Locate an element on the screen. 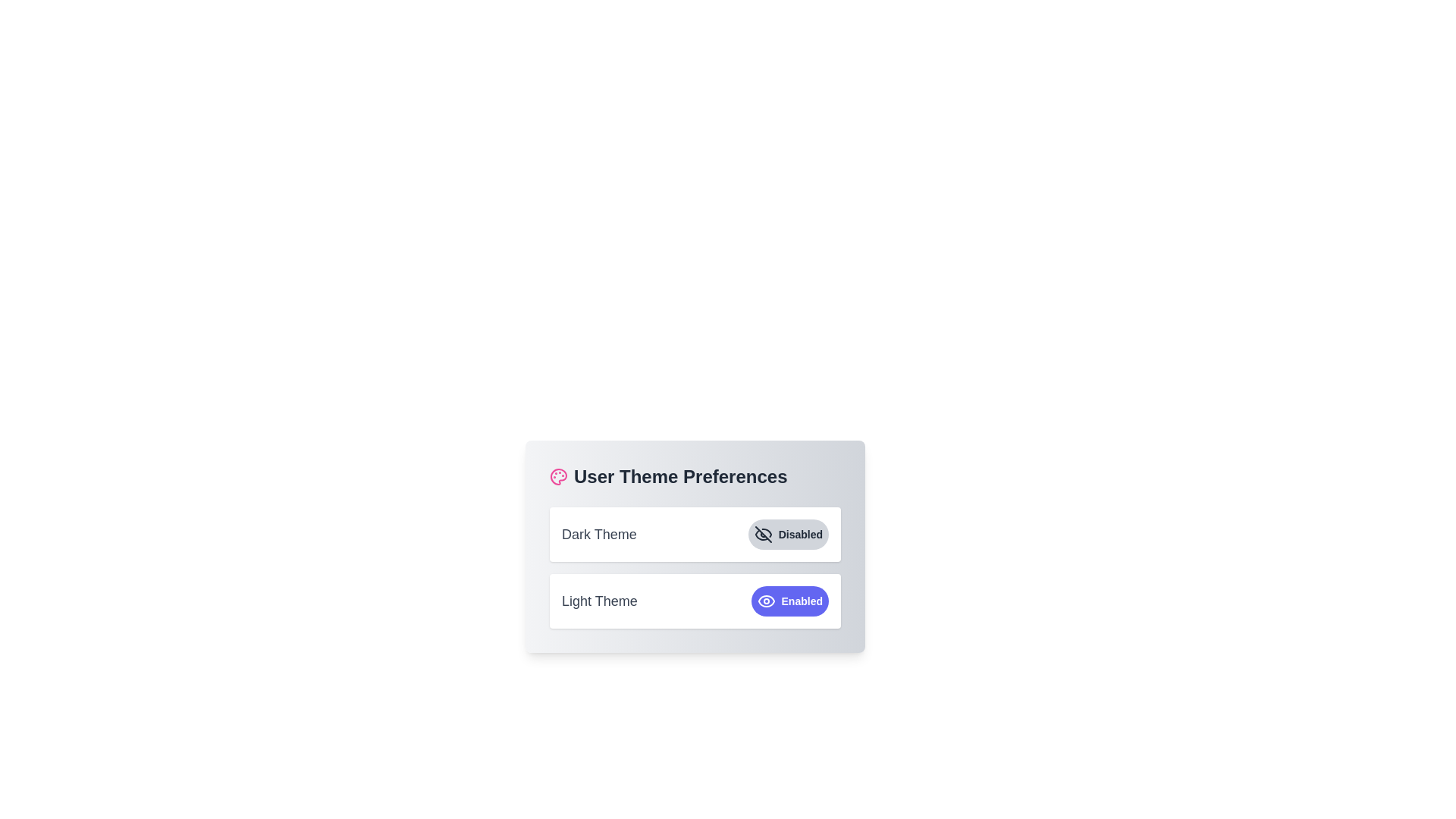  the icon for Light theme to explore its functionality is located at coordinates (765, 601).